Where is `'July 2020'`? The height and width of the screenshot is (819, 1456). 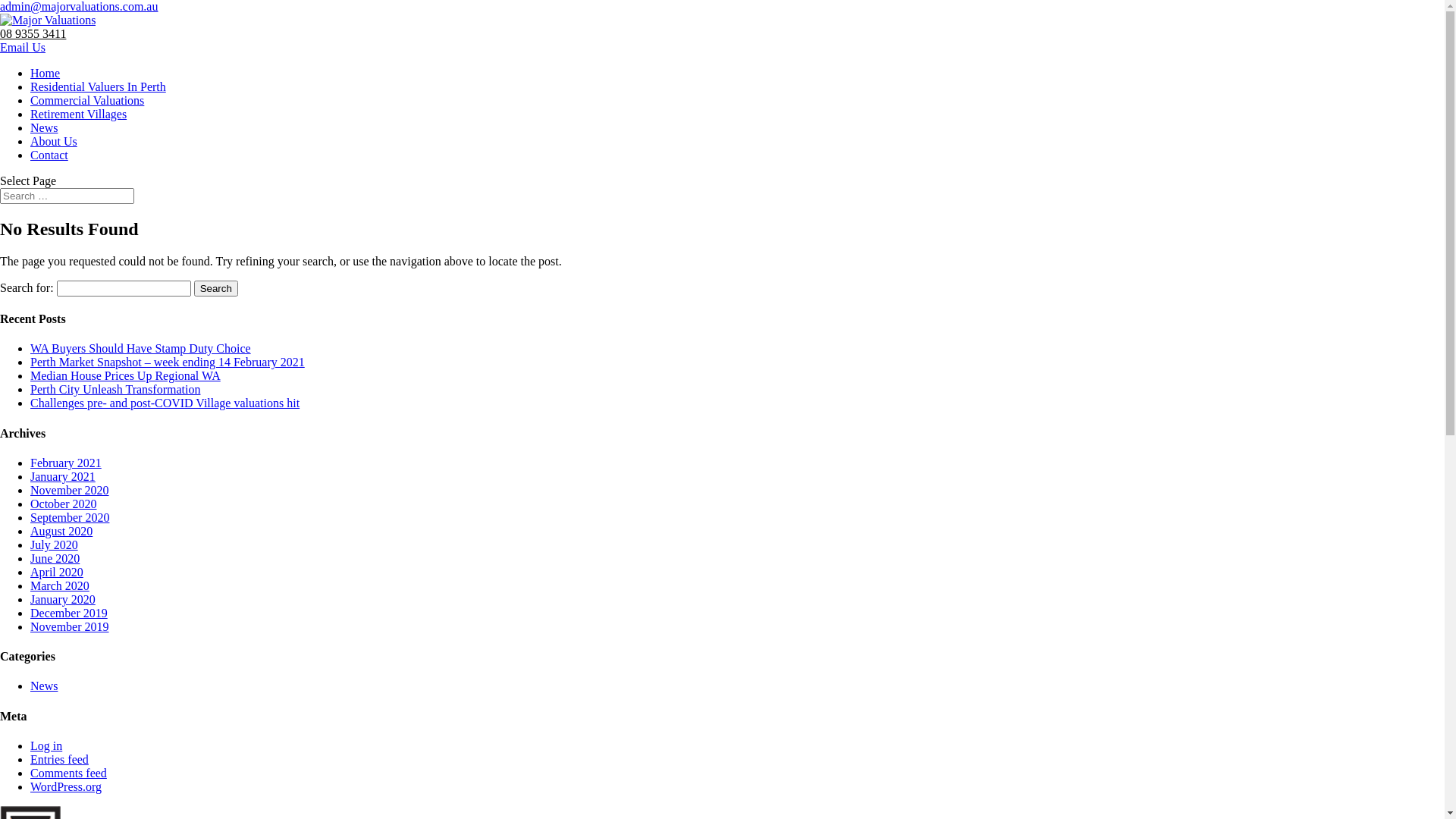 'July 2020' is located at coordinates (54, 544).